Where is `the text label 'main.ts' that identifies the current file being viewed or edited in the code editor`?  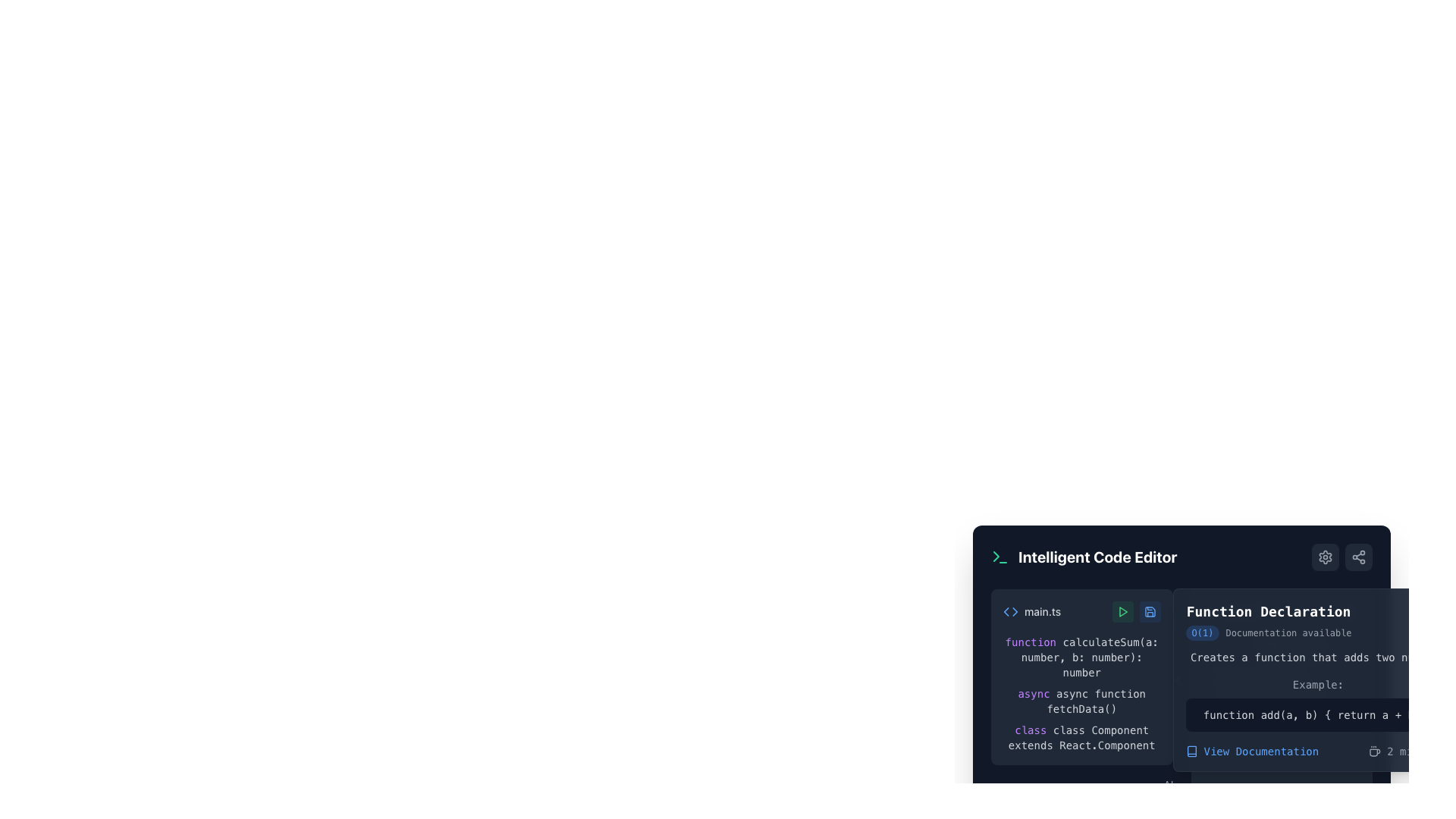 the text label 'main.ts' that identifies the current file being viewed or edited in the code editor is located at coordinates (1041, 610).